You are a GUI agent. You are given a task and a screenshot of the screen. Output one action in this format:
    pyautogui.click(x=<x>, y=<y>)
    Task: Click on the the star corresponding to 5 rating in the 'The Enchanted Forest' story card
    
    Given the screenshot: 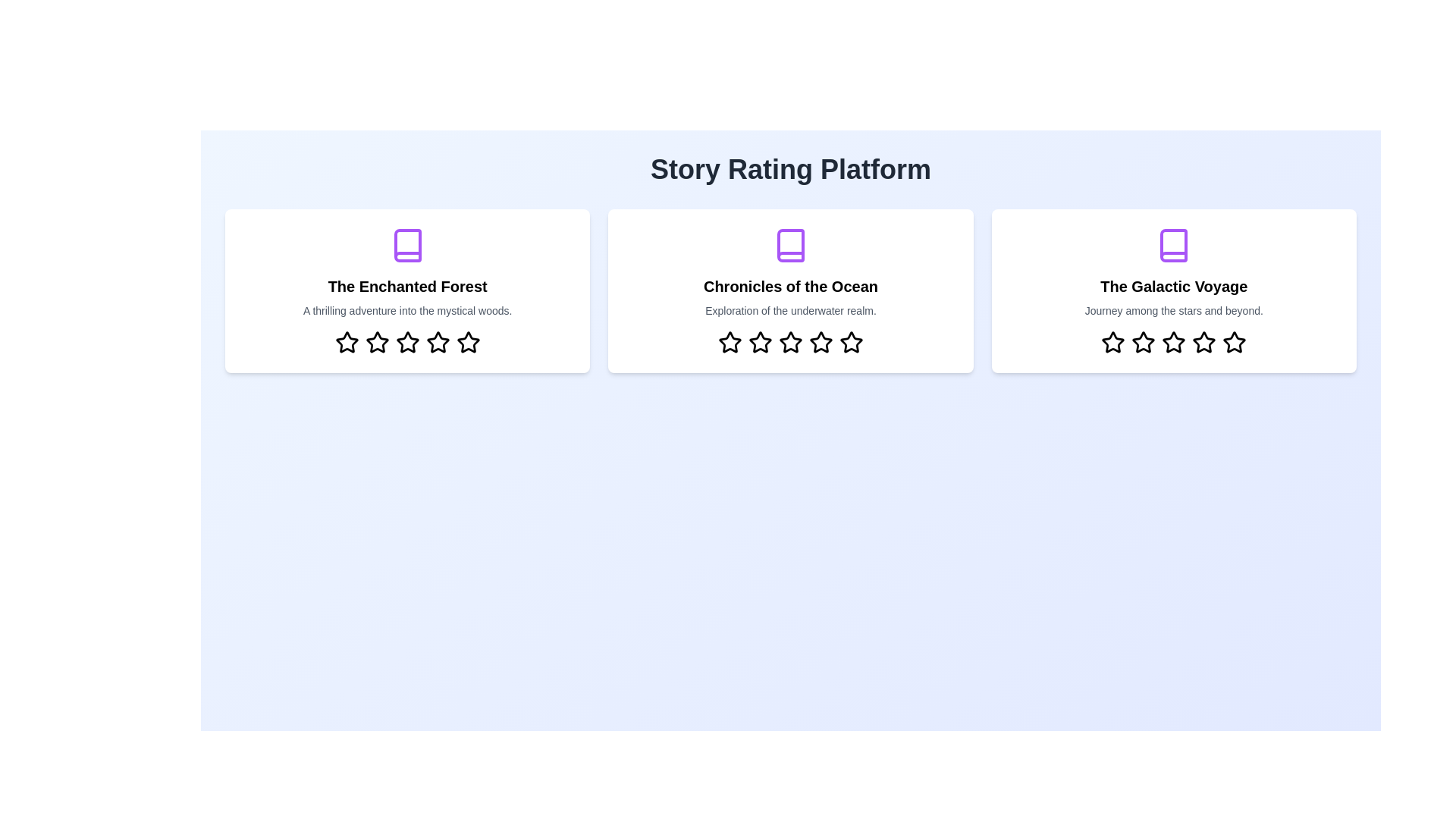 What is the action you would take?
    pyautogui.click(x=467, y=342)
    